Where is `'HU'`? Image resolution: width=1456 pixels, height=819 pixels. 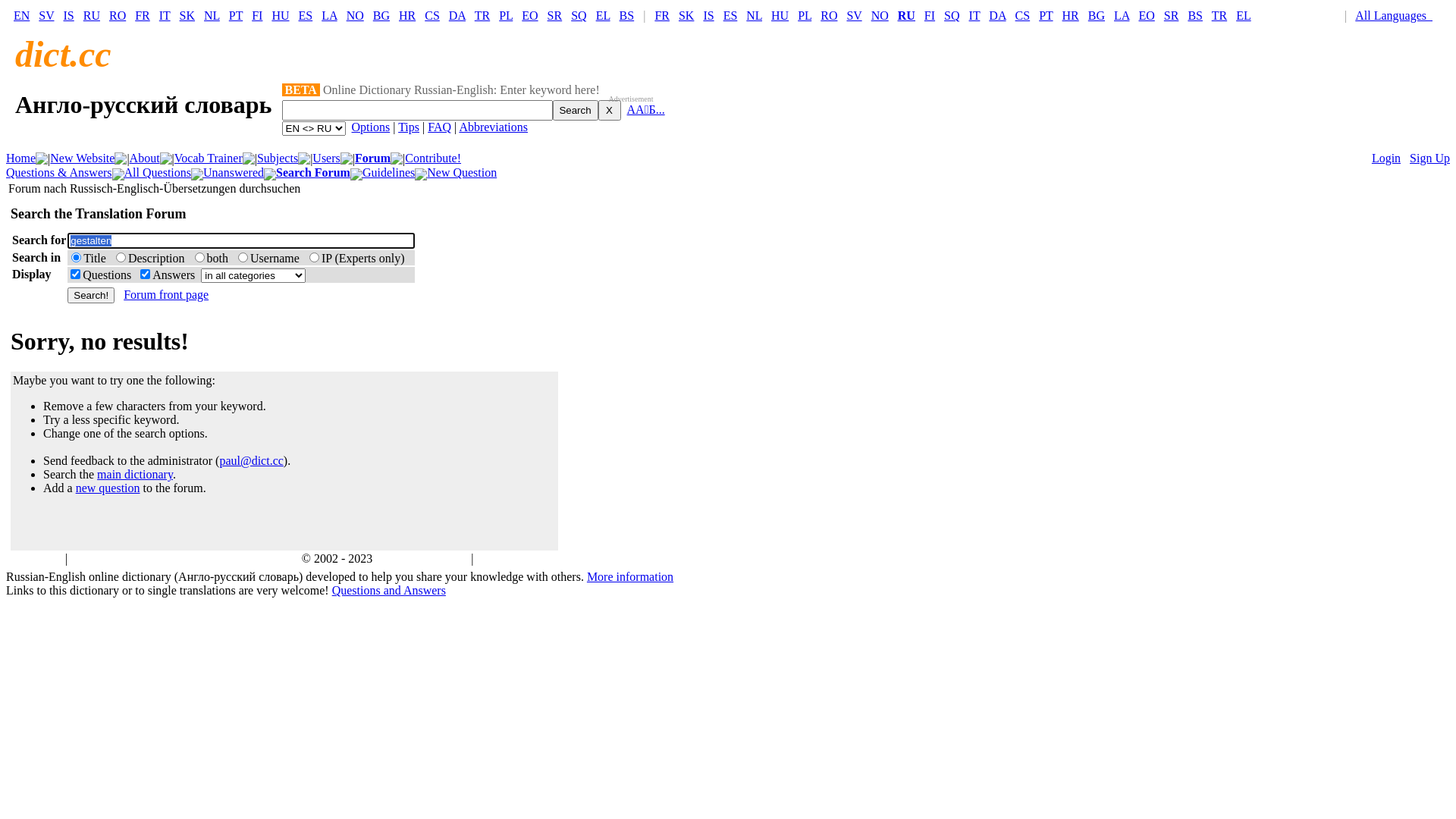
'HU' is located at coordinates (280, 15).